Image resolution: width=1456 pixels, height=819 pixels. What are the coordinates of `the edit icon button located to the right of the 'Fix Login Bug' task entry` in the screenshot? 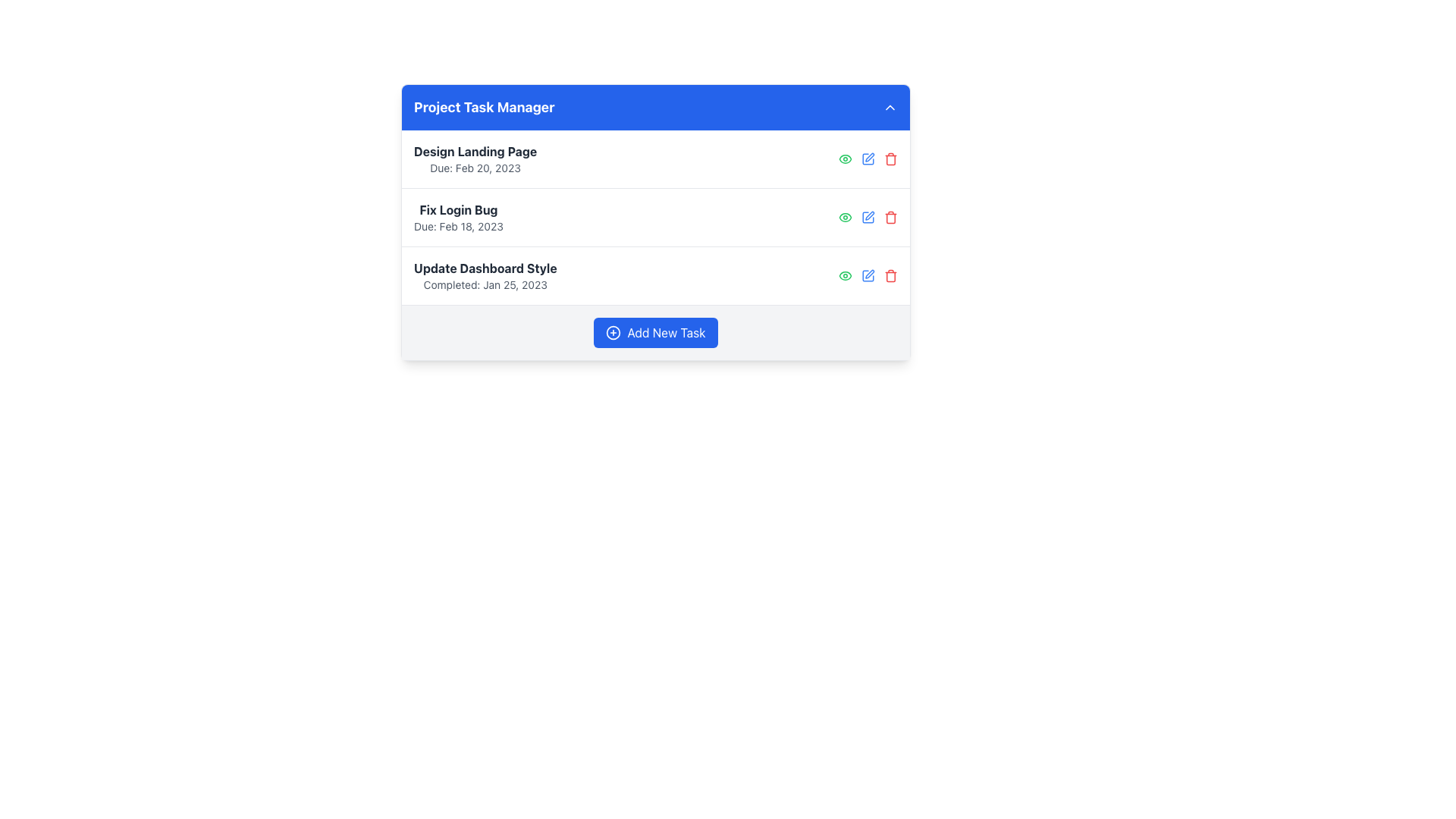 It's located at (870, 157).